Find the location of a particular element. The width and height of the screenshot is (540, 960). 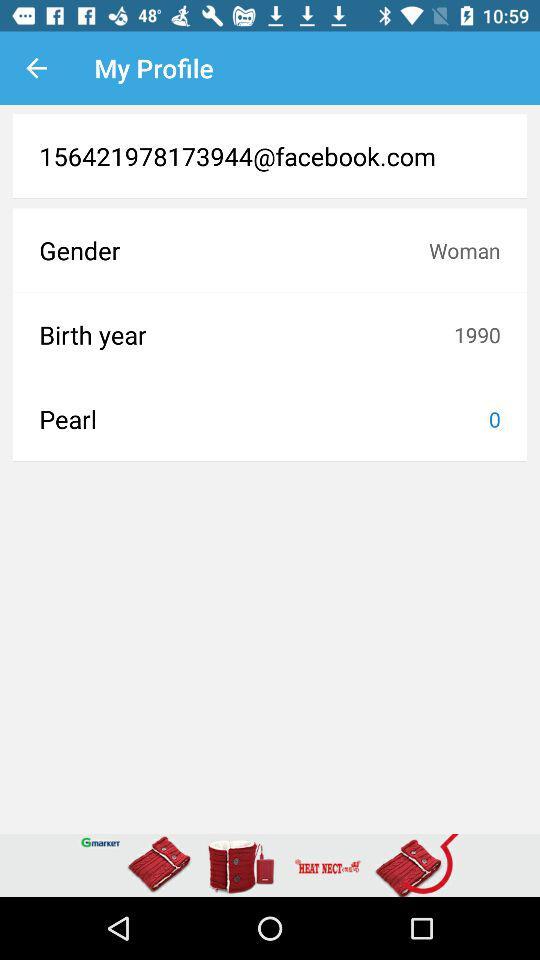

icon to the left of 1990 icon is located at coordinates (246, 334).